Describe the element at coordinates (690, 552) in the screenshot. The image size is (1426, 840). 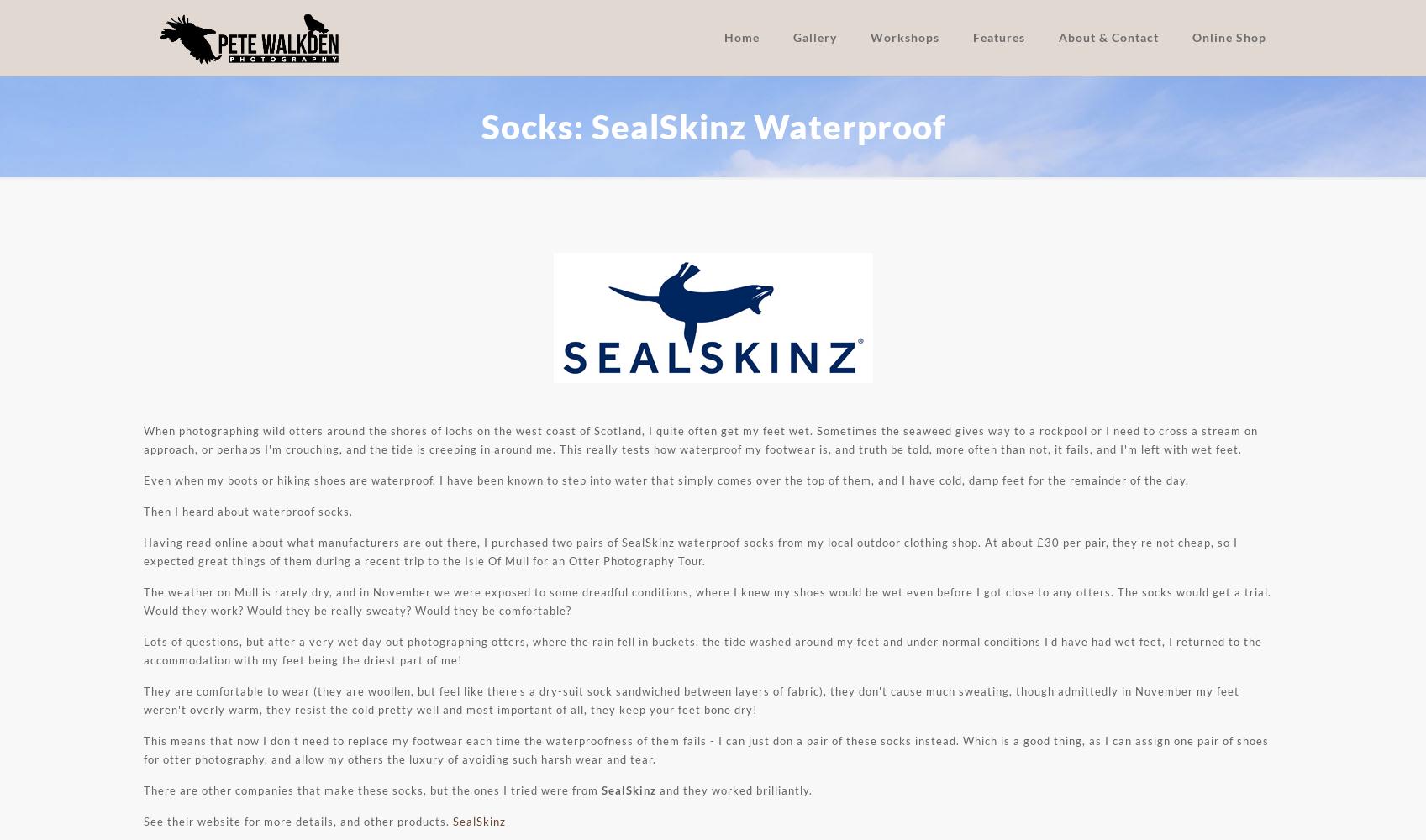
I see `'Having read online about what manufacturers are out there, I purchased two pairs of SealSkinz waterproof socks from my local outdoor clothing shop. At about £30 per pair, they're not cheap, so I expected great things of them during a recent trip to the Isle Of Mull for an Otter Photography Tour.'` at that location.